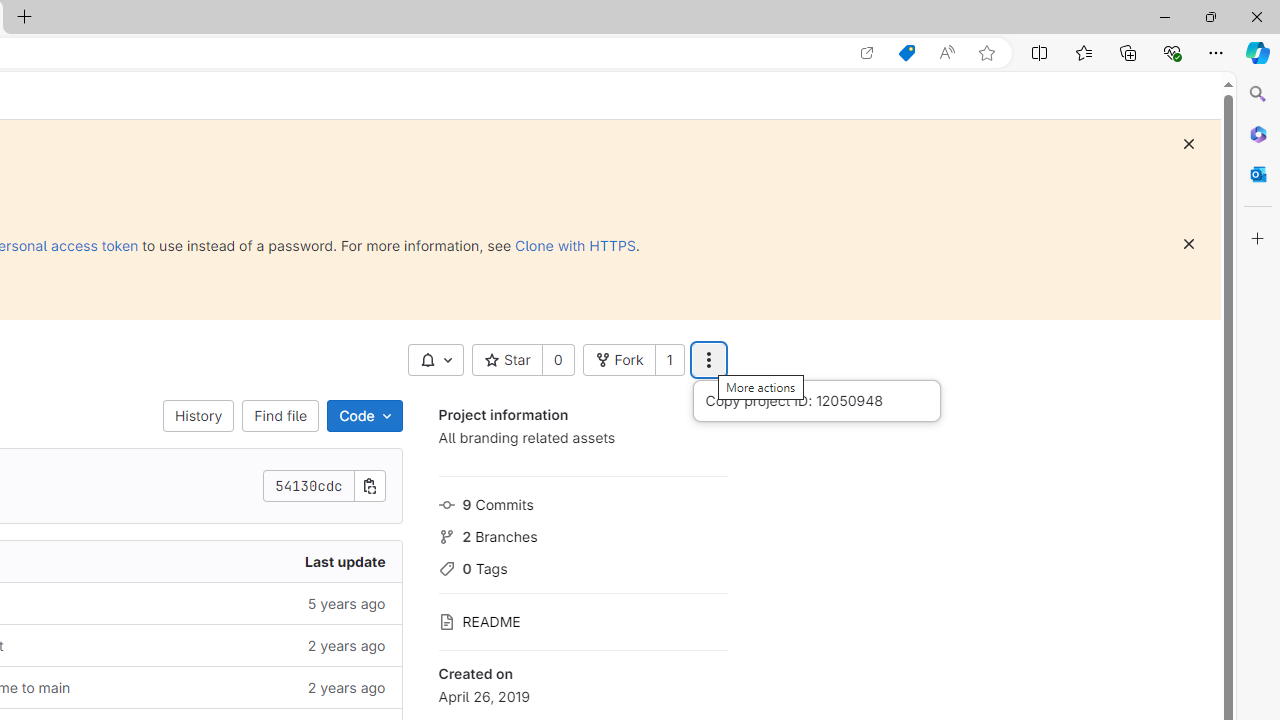 The width and height of the screenshot is (1280, 720). I want to click on 'History', so click(199, 415).